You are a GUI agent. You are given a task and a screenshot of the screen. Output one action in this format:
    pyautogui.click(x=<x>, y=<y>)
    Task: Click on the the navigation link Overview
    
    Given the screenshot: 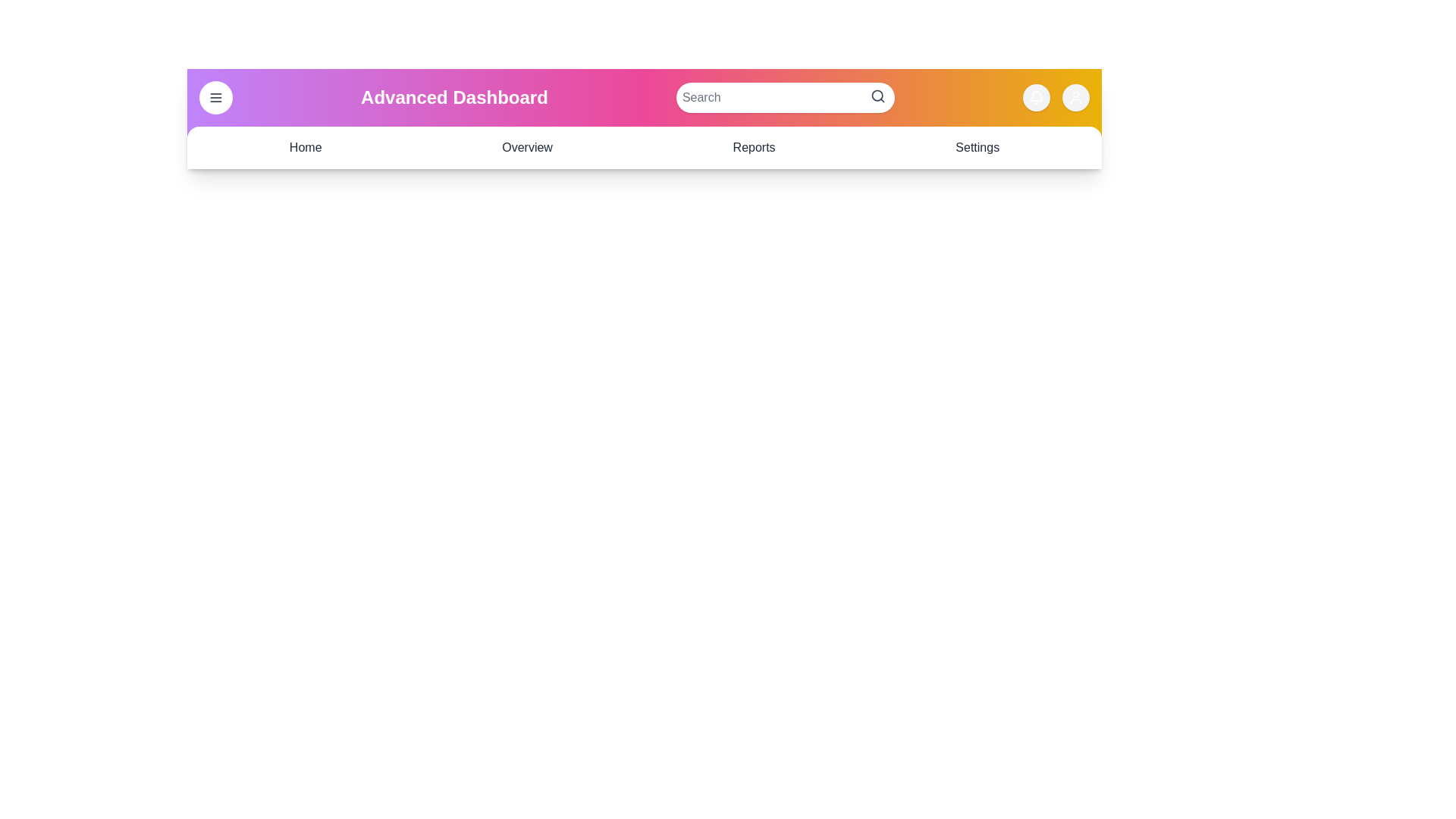 What is the action you would take?
    pyautogui.click(x=527, y=148)
    